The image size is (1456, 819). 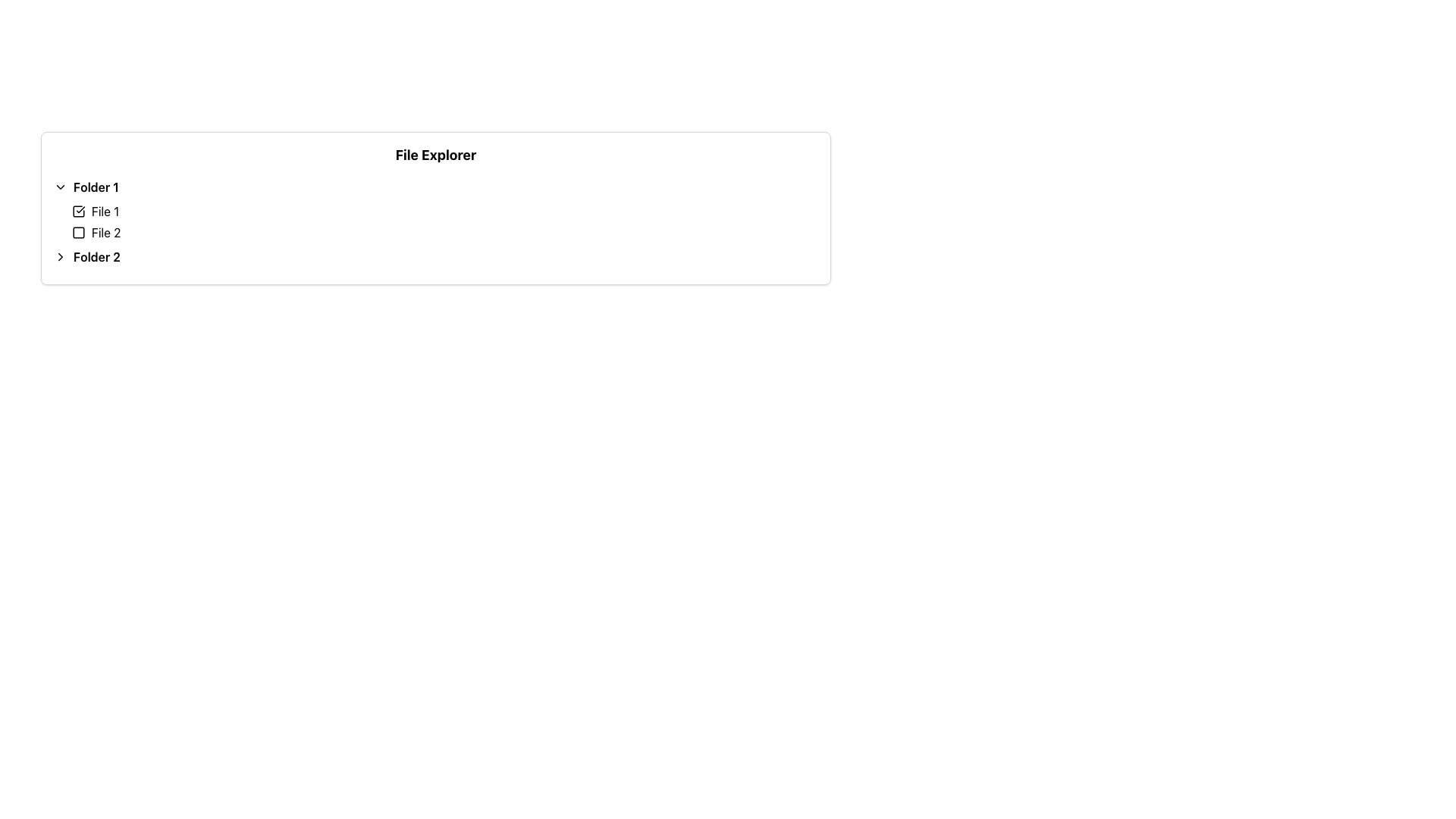 I want to click on the small triangular arrow icon pointing to the right, which is the directional indicator for the second folder labeled 'Folder 2', so click(x=61, y=256).